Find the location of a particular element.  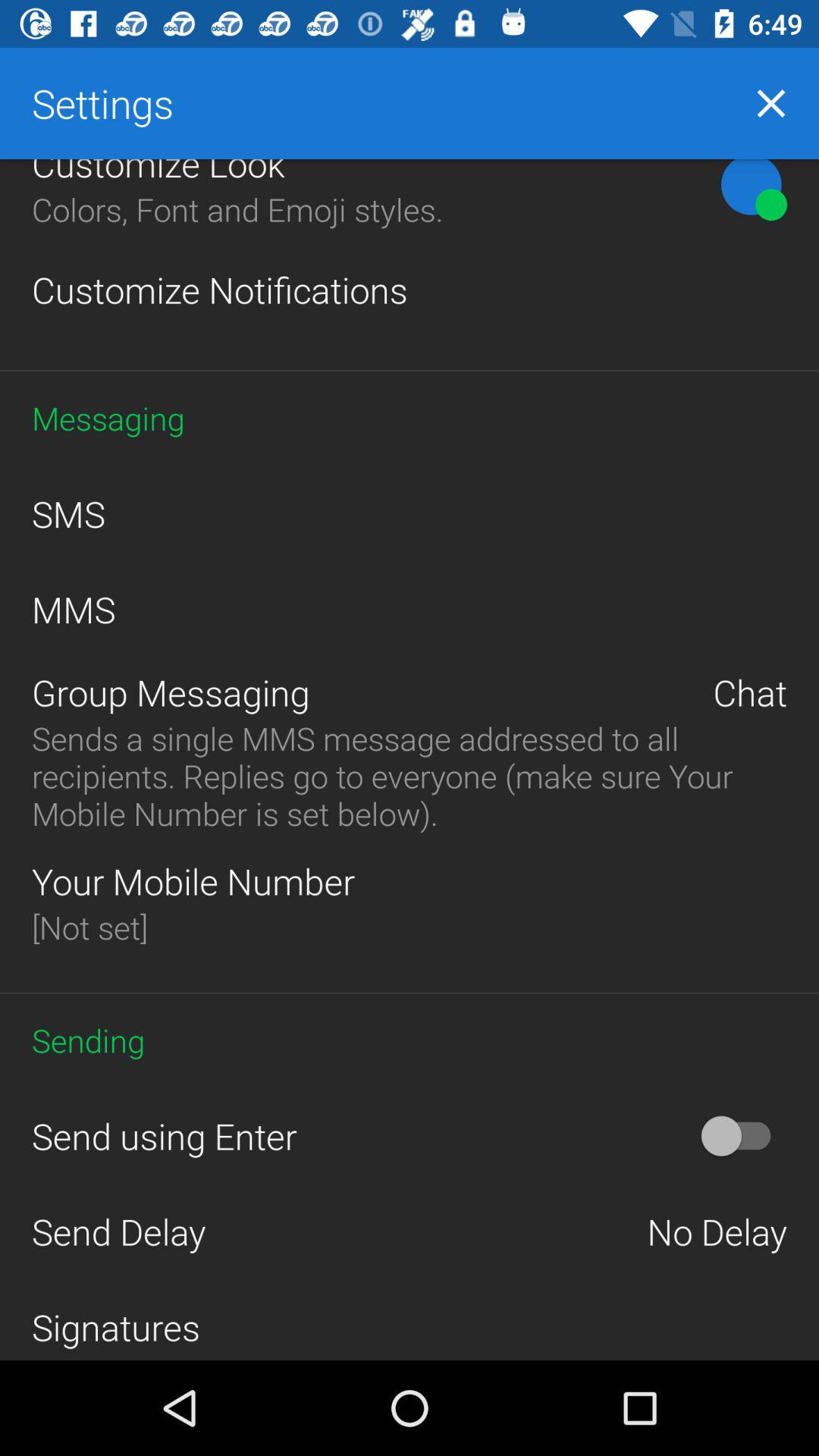

the icon next to settings icon is located at coordinates (771, 102).